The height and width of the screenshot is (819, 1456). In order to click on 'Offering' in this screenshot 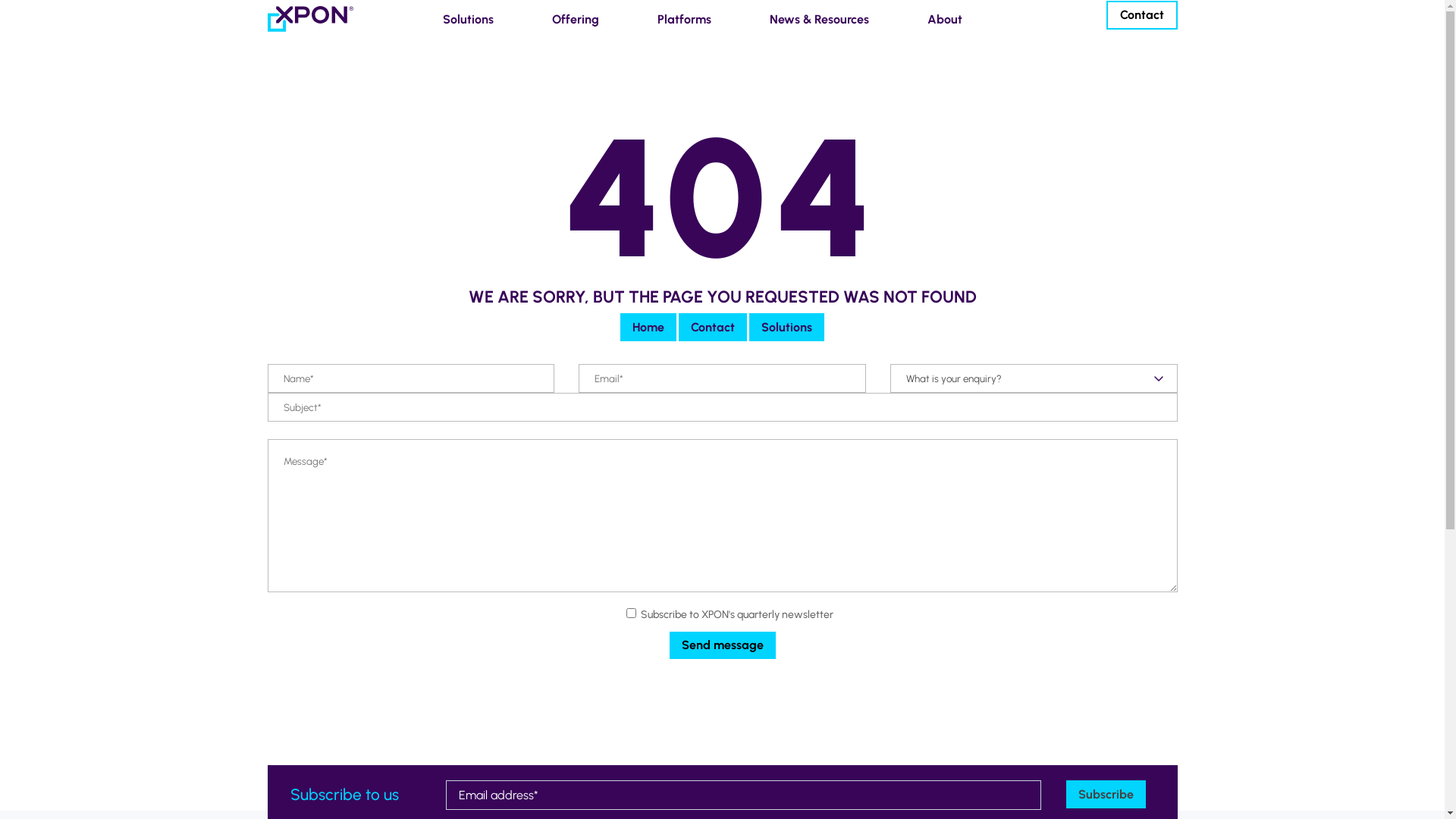, I will do `click(570, 19)`.